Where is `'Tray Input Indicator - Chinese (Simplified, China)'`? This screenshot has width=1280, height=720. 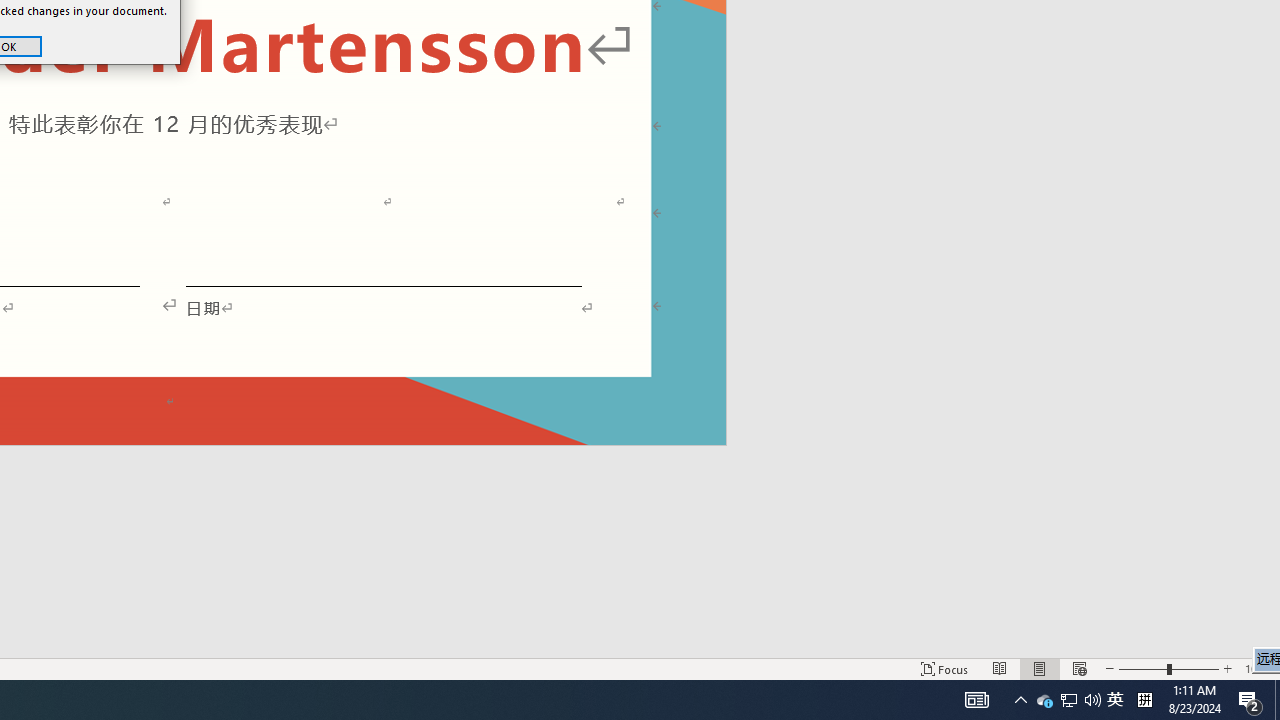 'Tray Input Indicator - Chinese (Simplified, China)' is located at coordinates (1144, 698).